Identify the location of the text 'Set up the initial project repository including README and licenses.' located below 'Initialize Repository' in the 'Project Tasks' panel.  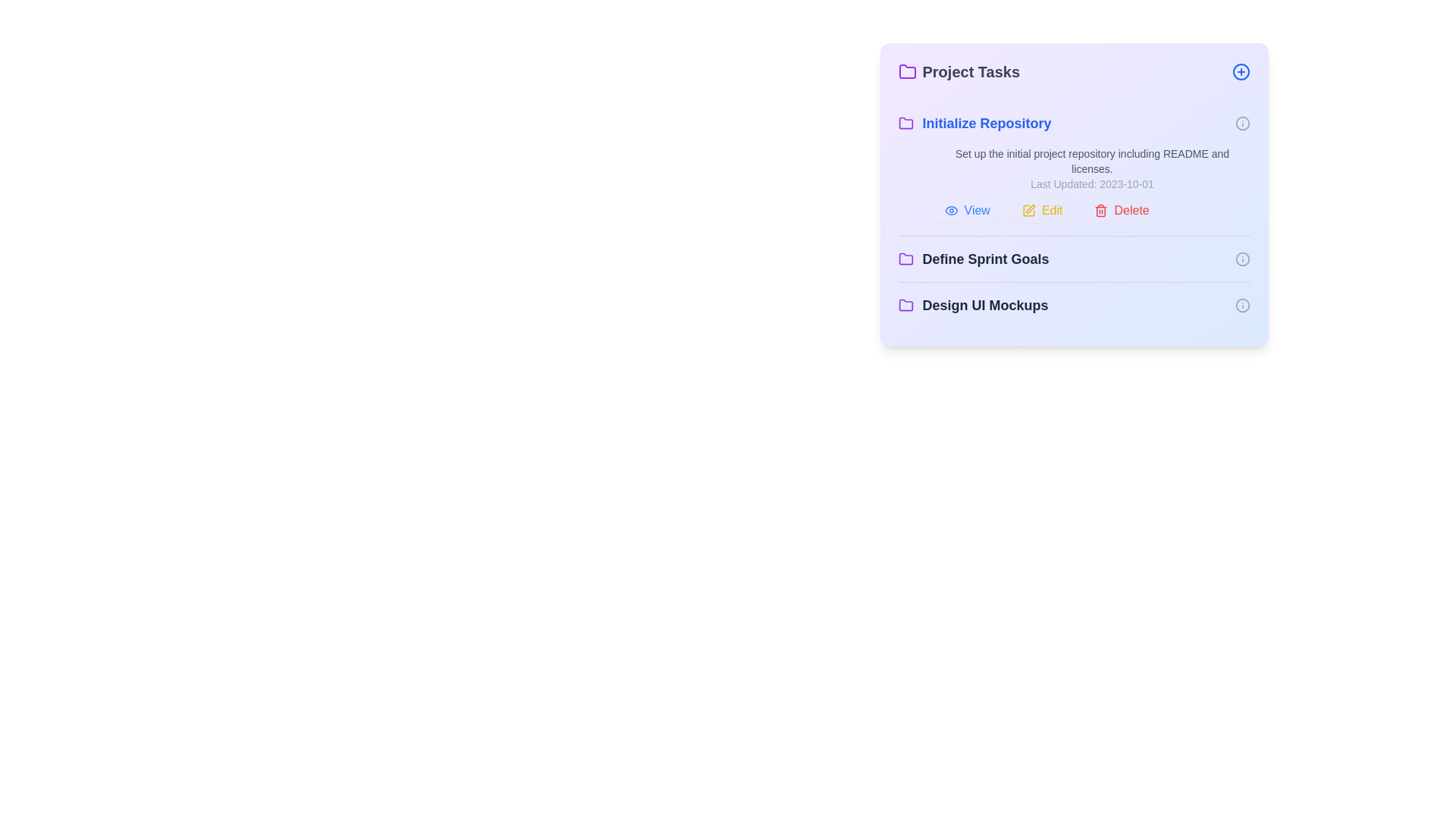
(1092, 161).